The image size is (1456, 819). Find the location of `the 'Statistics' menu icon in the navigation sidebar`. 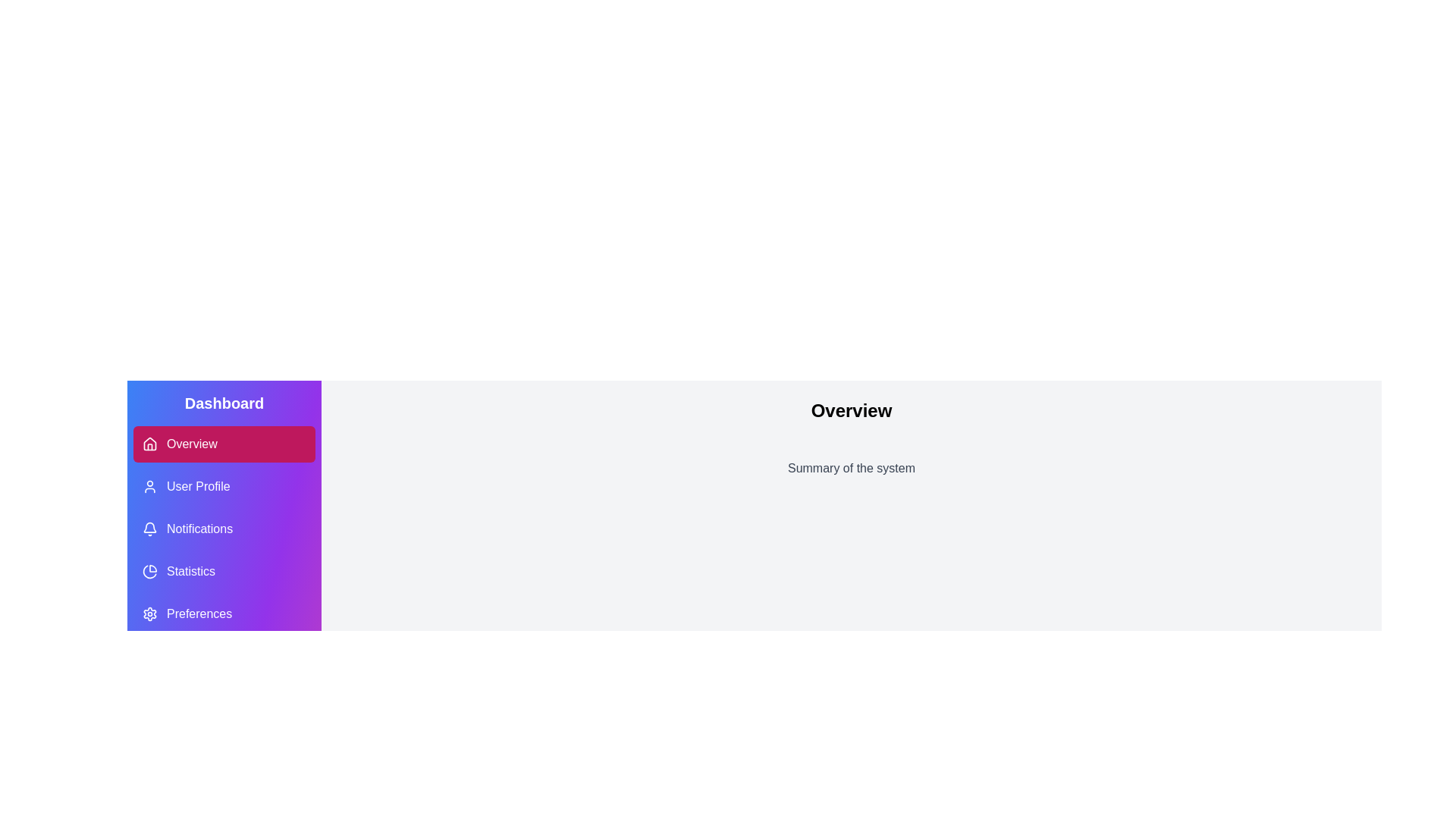

the 'Statistics' menu icon in the navigation sidebar is located at coordinates (149, 571).